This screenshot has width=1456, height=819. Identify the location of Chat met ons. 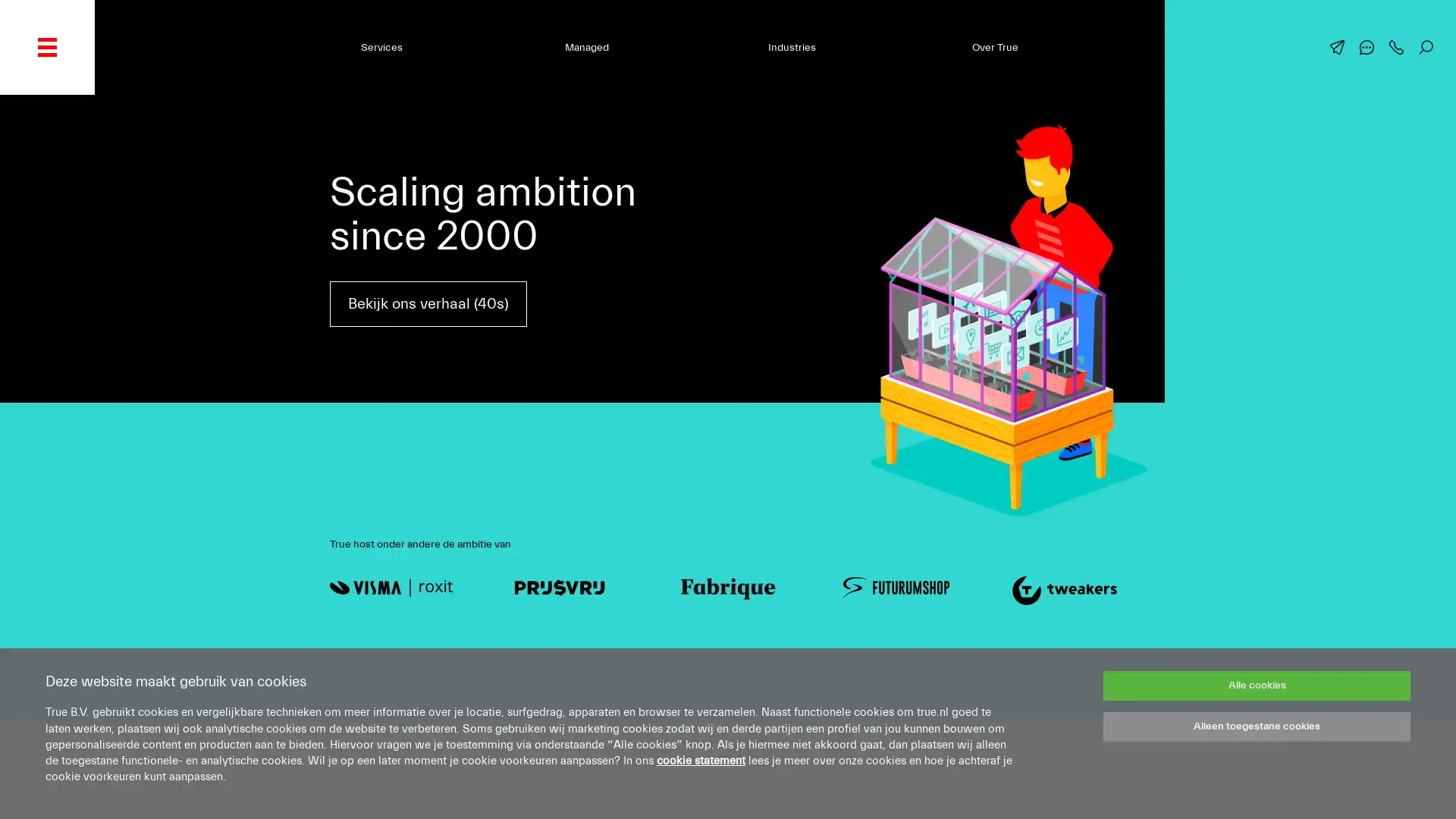
(1374, 46).